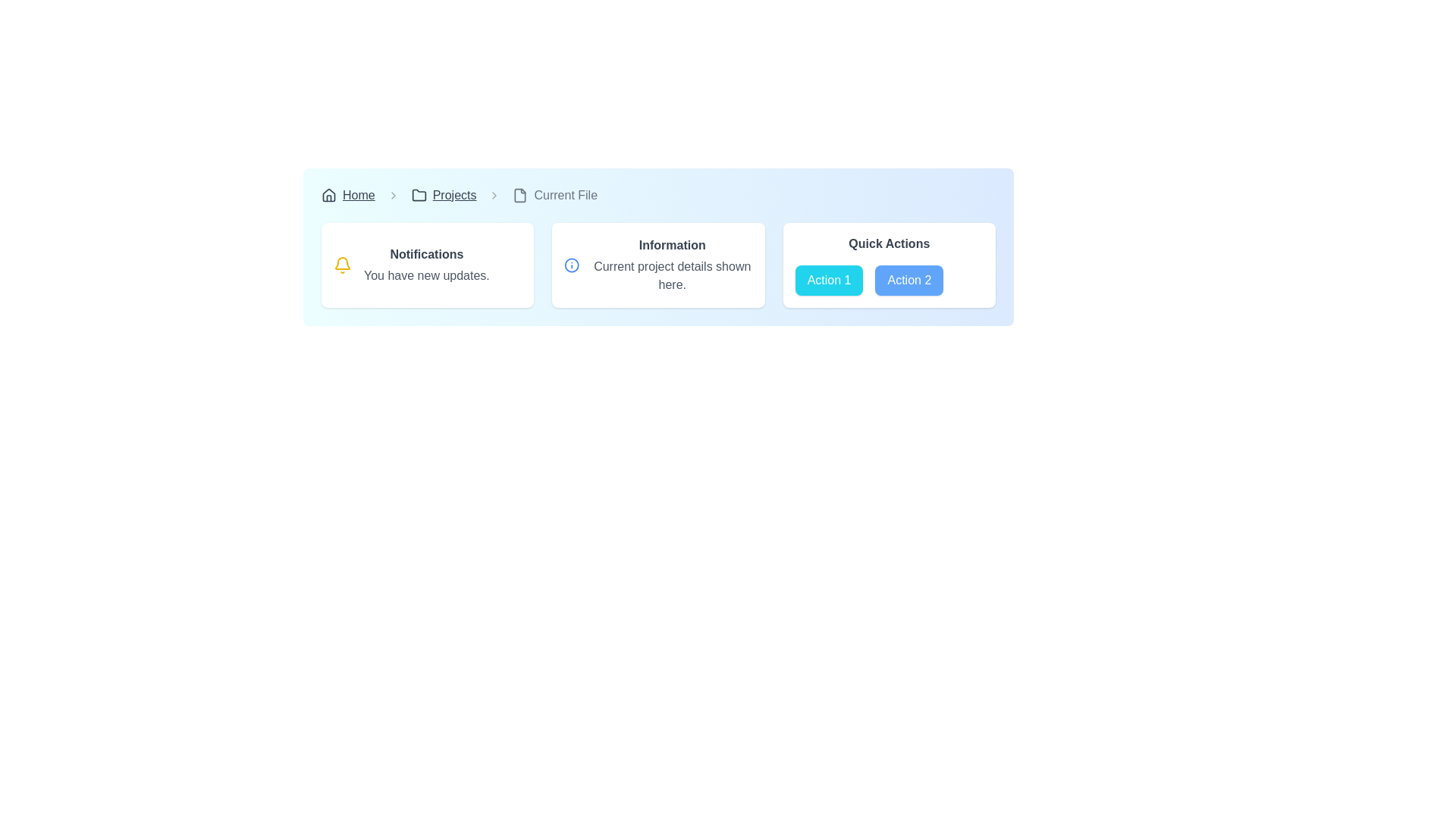  What do you see at coordinates (328, 195) in the screenshot?
I see `the minimalist house-shaped SVG icon located at the leftmost side of the breadcrumbs layout` at bounding box center [328, 195].